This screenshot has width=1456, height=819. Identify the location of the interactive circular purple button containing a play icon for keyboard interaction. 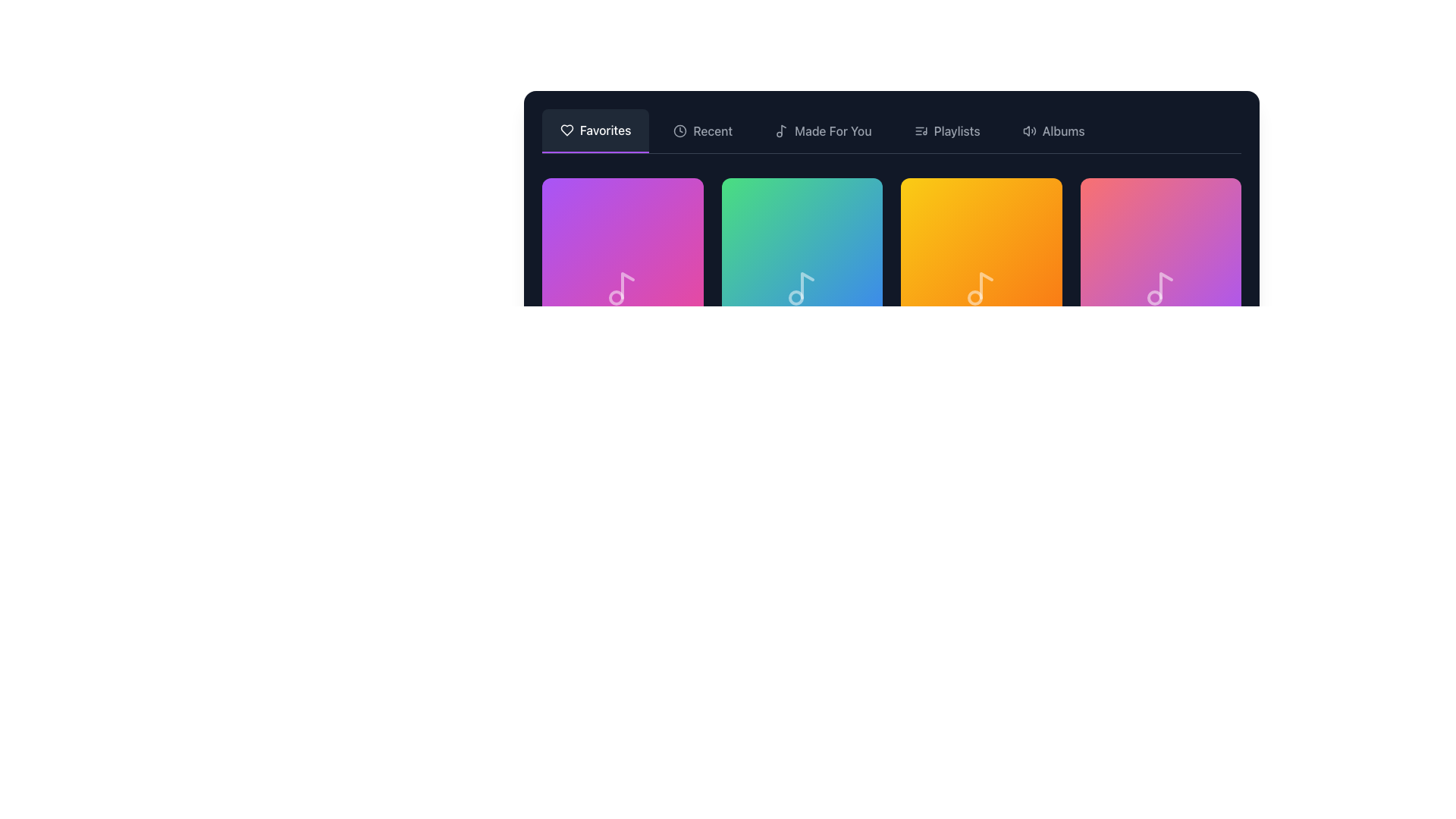
(981, 292).